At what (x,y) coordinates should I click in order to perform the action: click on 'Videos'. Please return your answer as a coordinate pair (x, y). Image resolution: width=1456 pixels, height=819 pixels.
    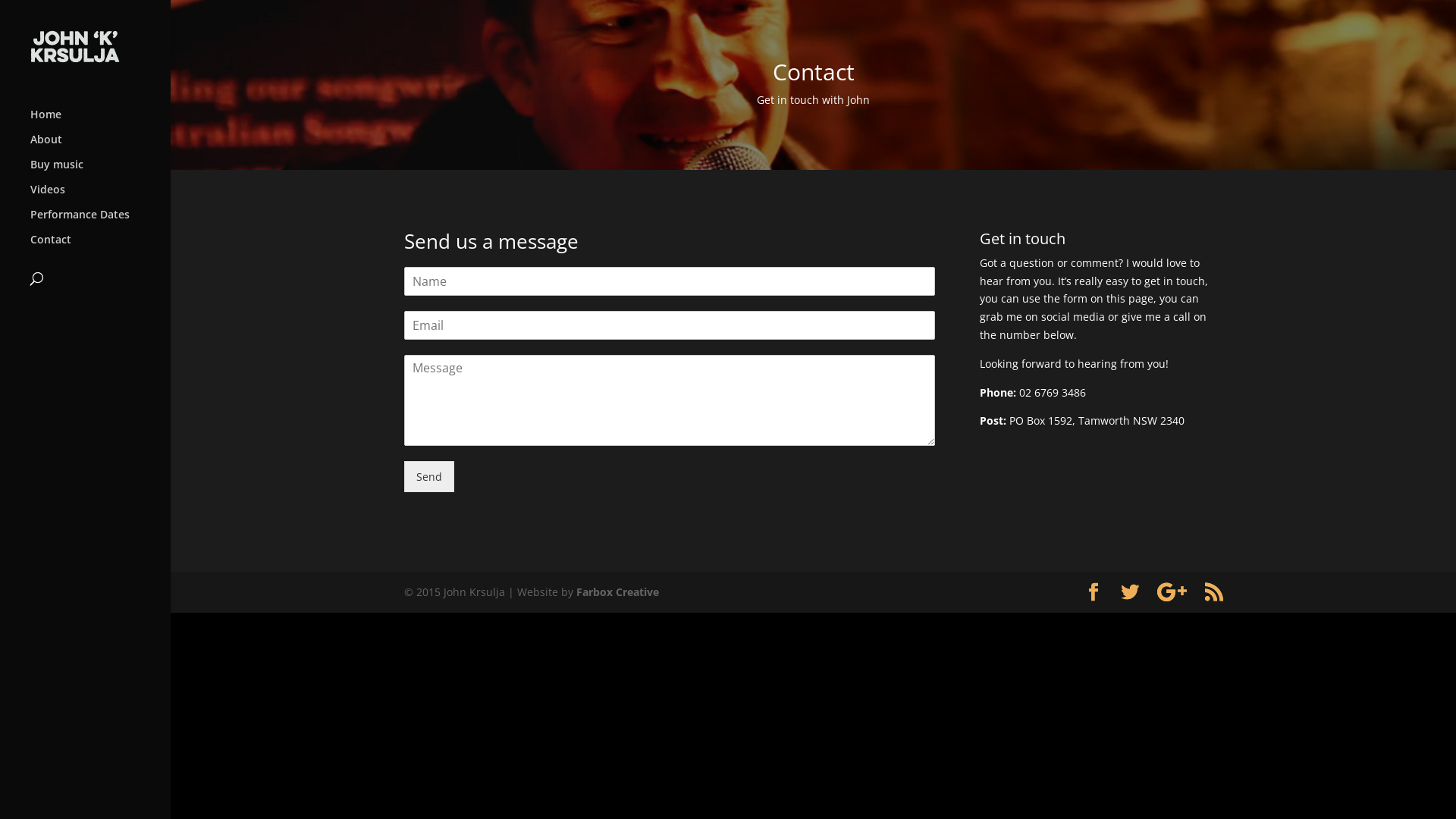
    Looking at the image, I should click on (30, 196).